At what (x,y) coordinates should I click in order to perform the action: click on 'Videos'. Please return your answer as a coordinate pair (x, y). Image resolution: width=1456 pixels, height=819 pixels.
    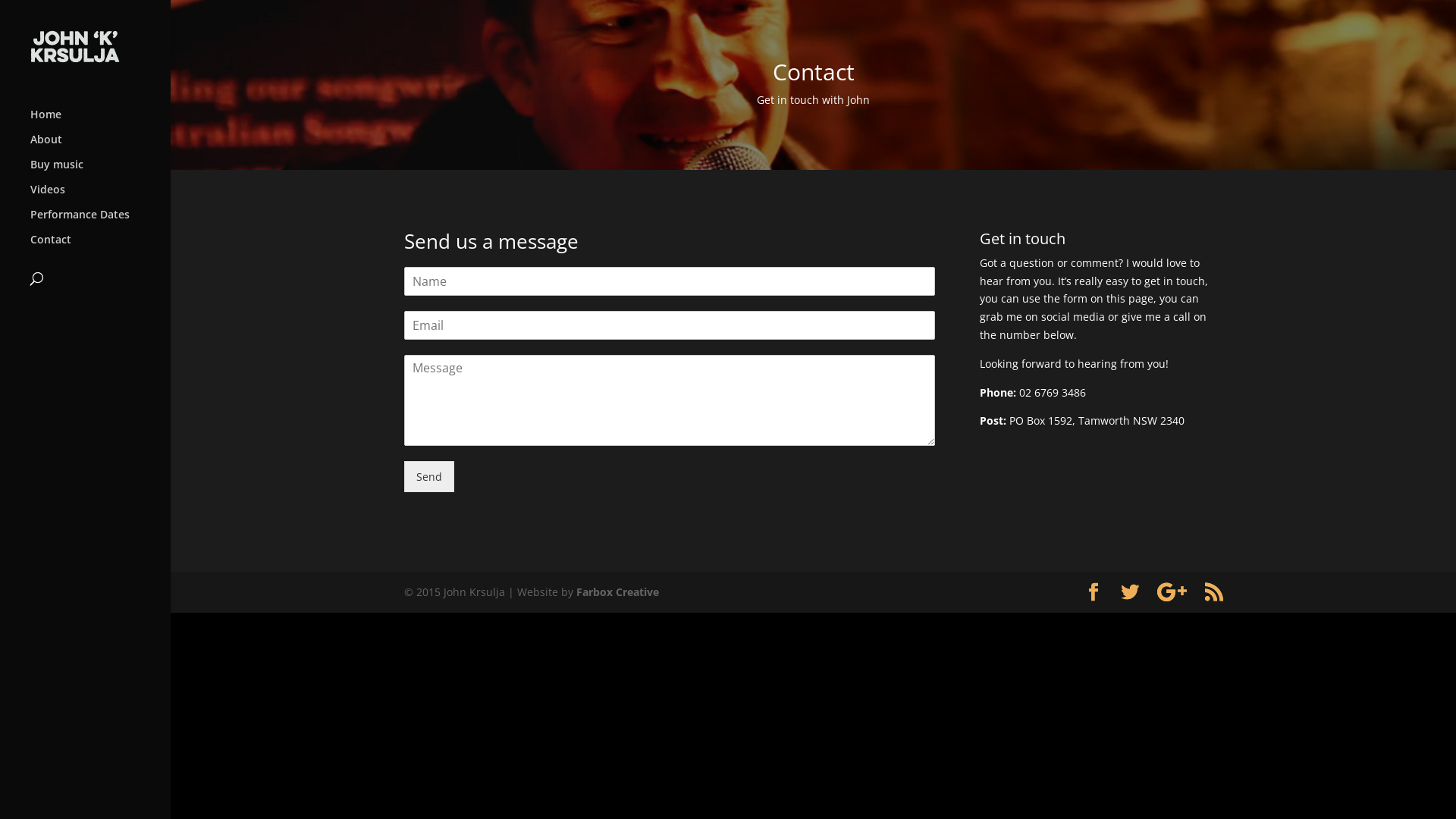
    Looking at the image, I should click on (30, 196).